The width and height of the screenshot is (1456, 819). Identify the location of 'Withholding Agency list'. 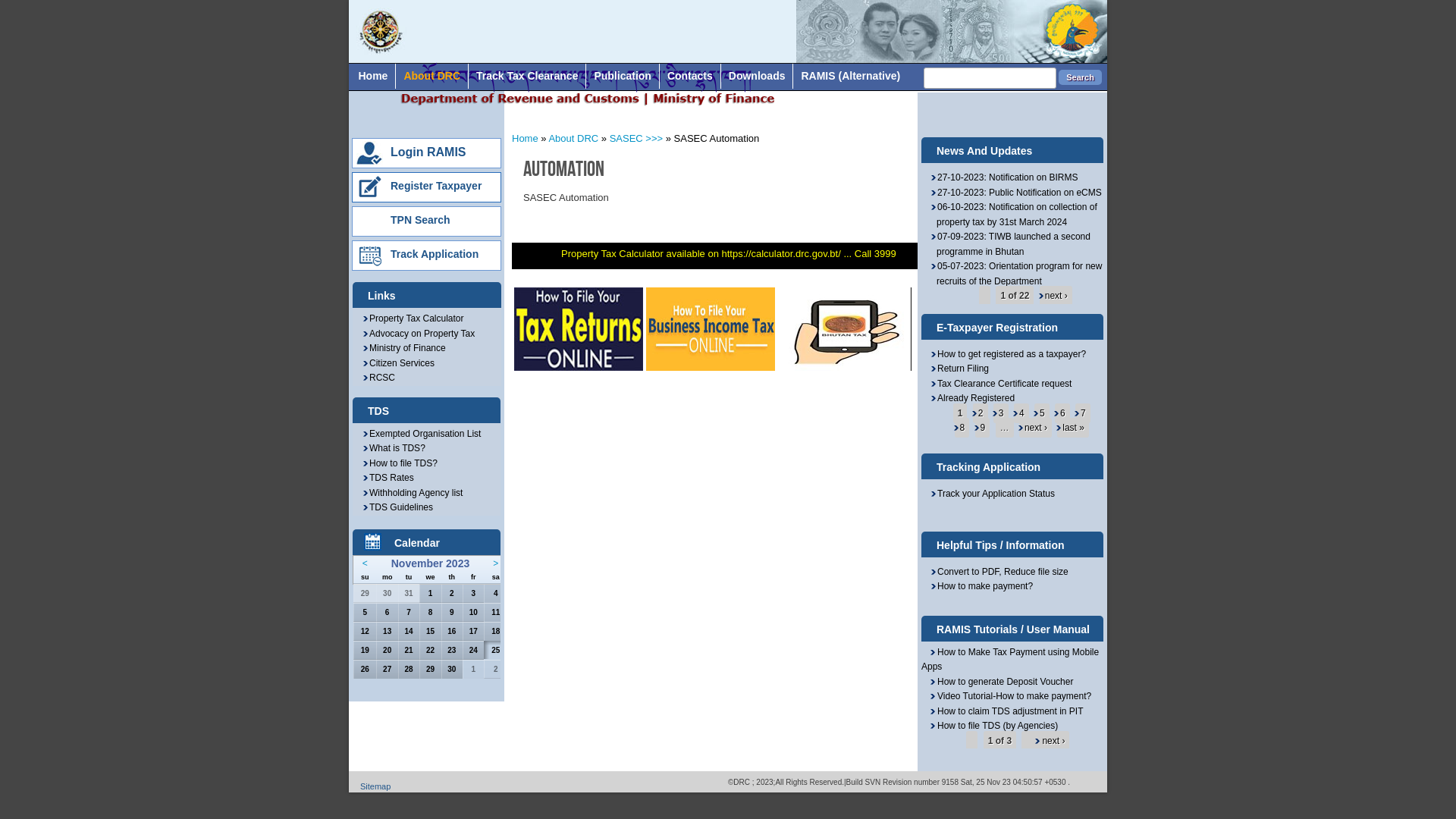
(412, 493).